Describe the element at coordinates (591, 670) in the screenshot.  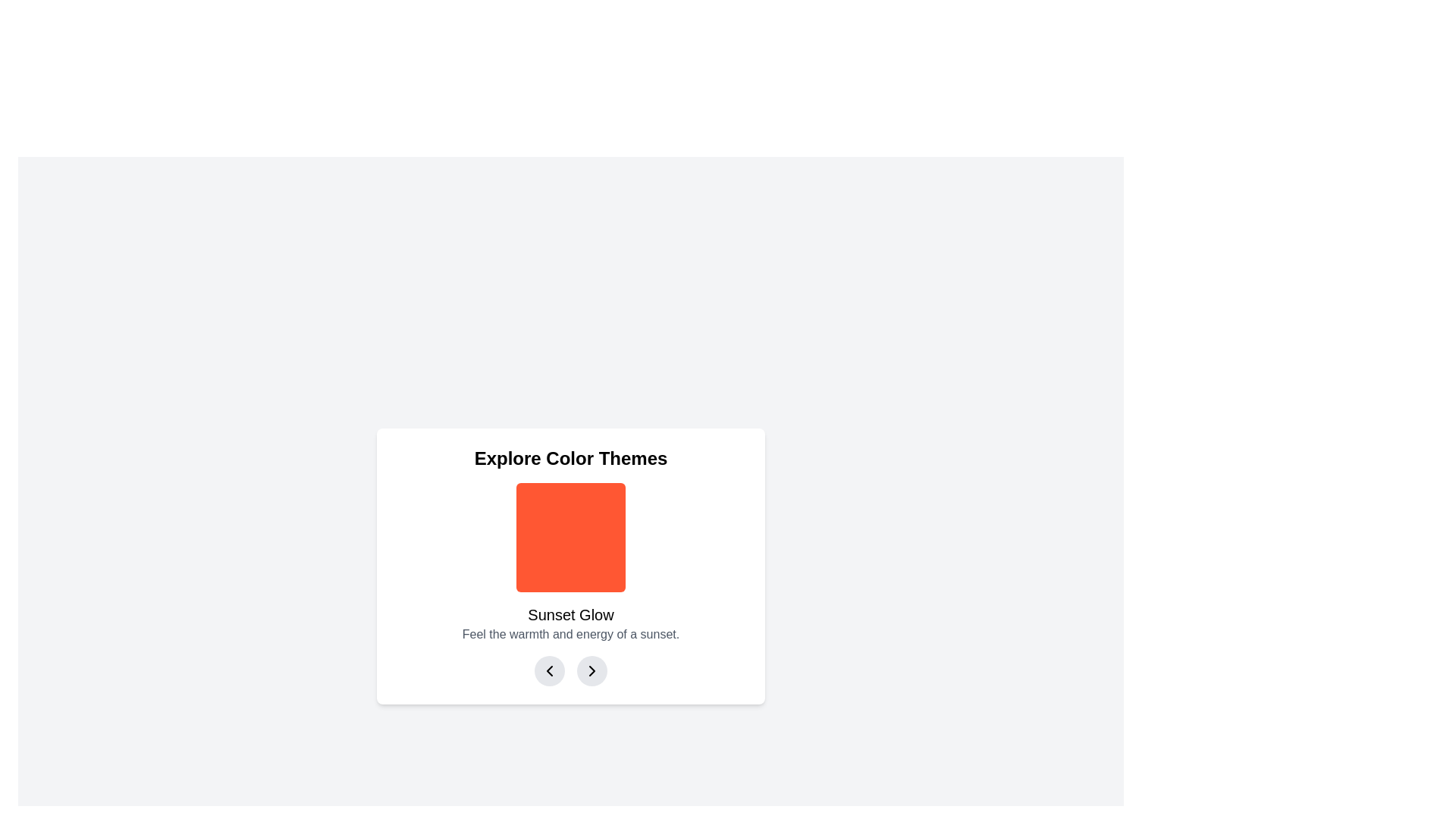
I see `the rightwards chevron arrow icon located within the circular button below the 'Sunset Glow' text` at that location.